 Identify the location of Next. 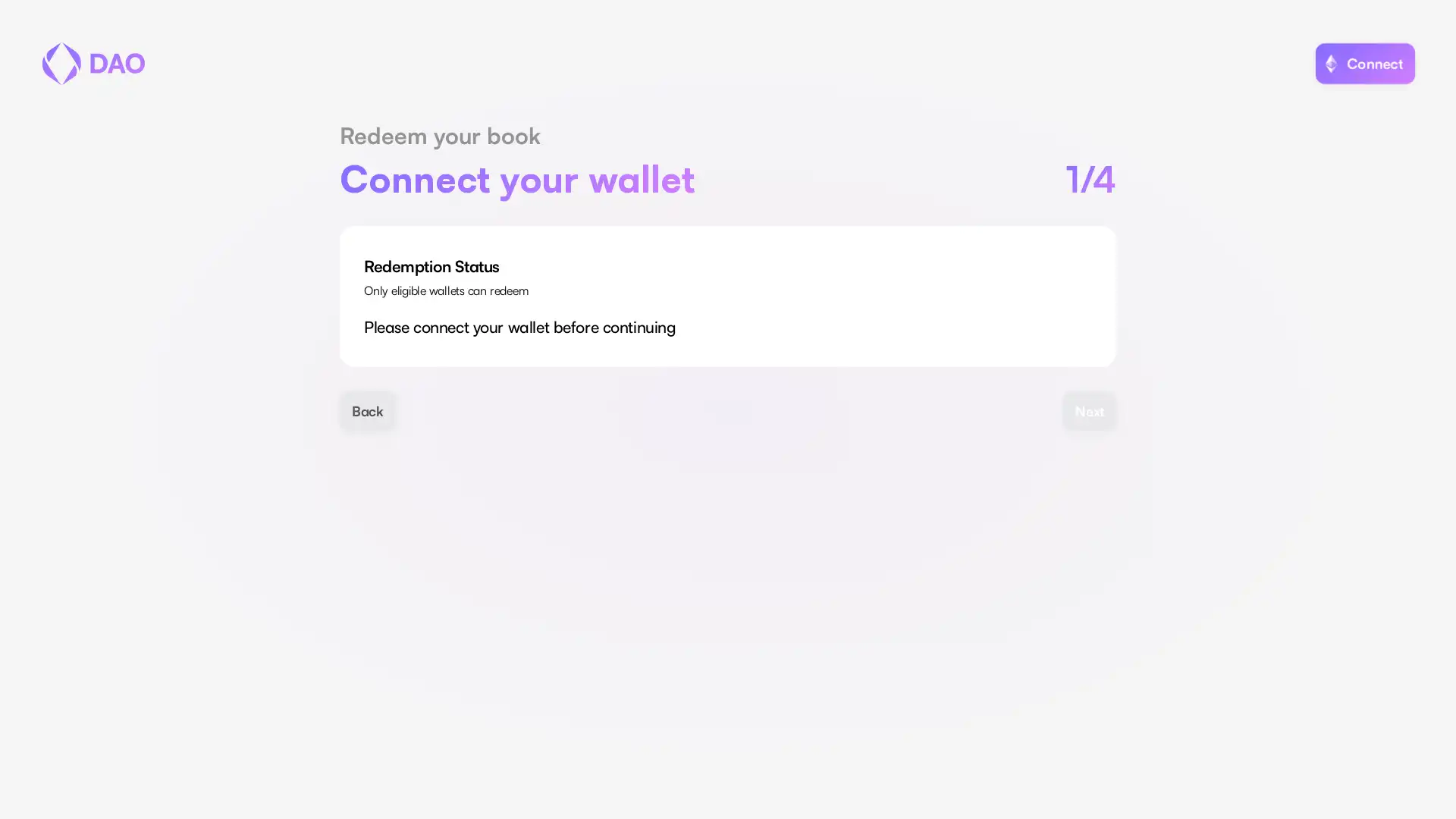
(1088, 409).